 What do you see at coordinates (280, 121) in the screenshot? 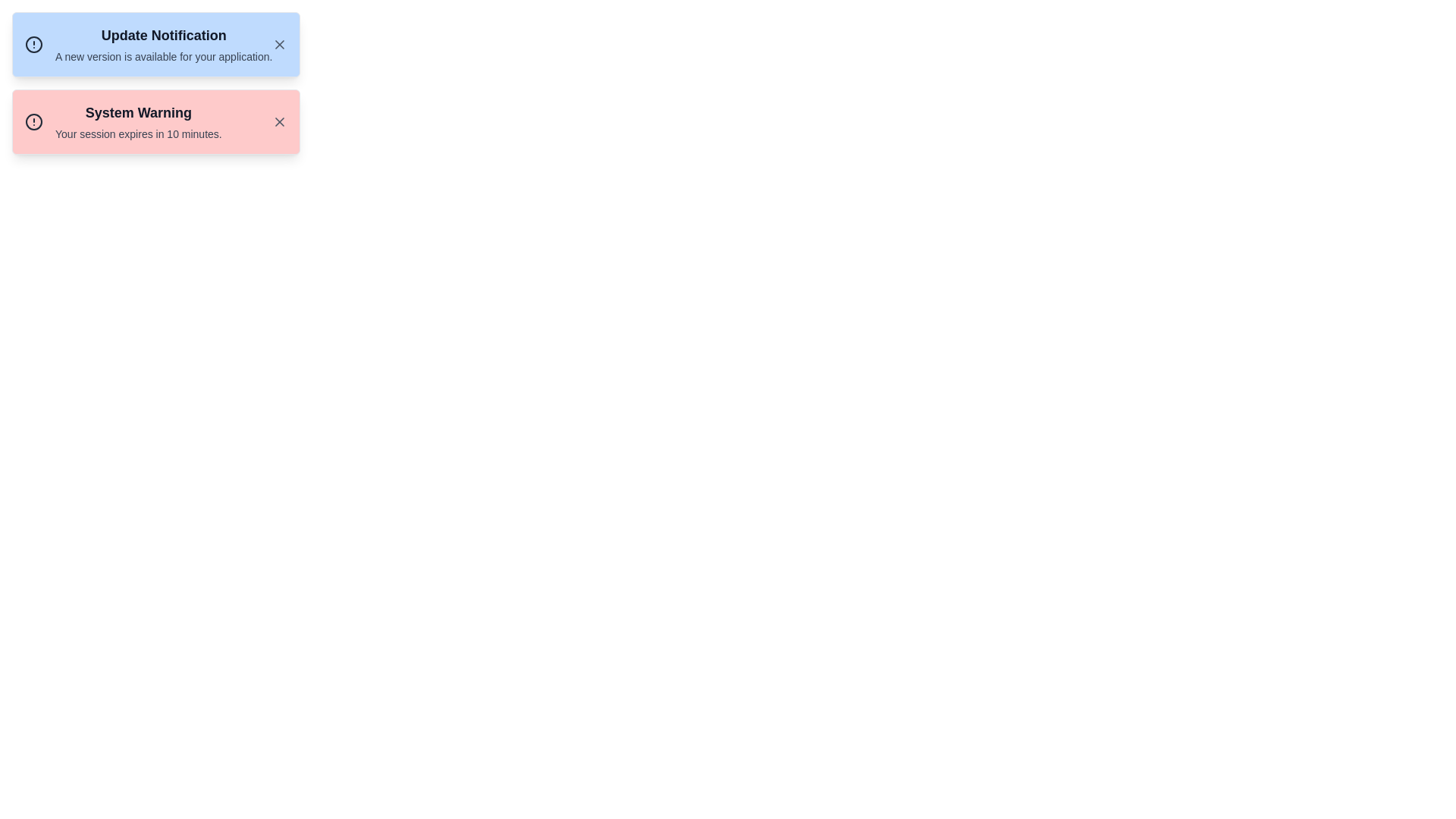
I see `close button of the notification identified by System Warning` at bounding box center [280, 121].